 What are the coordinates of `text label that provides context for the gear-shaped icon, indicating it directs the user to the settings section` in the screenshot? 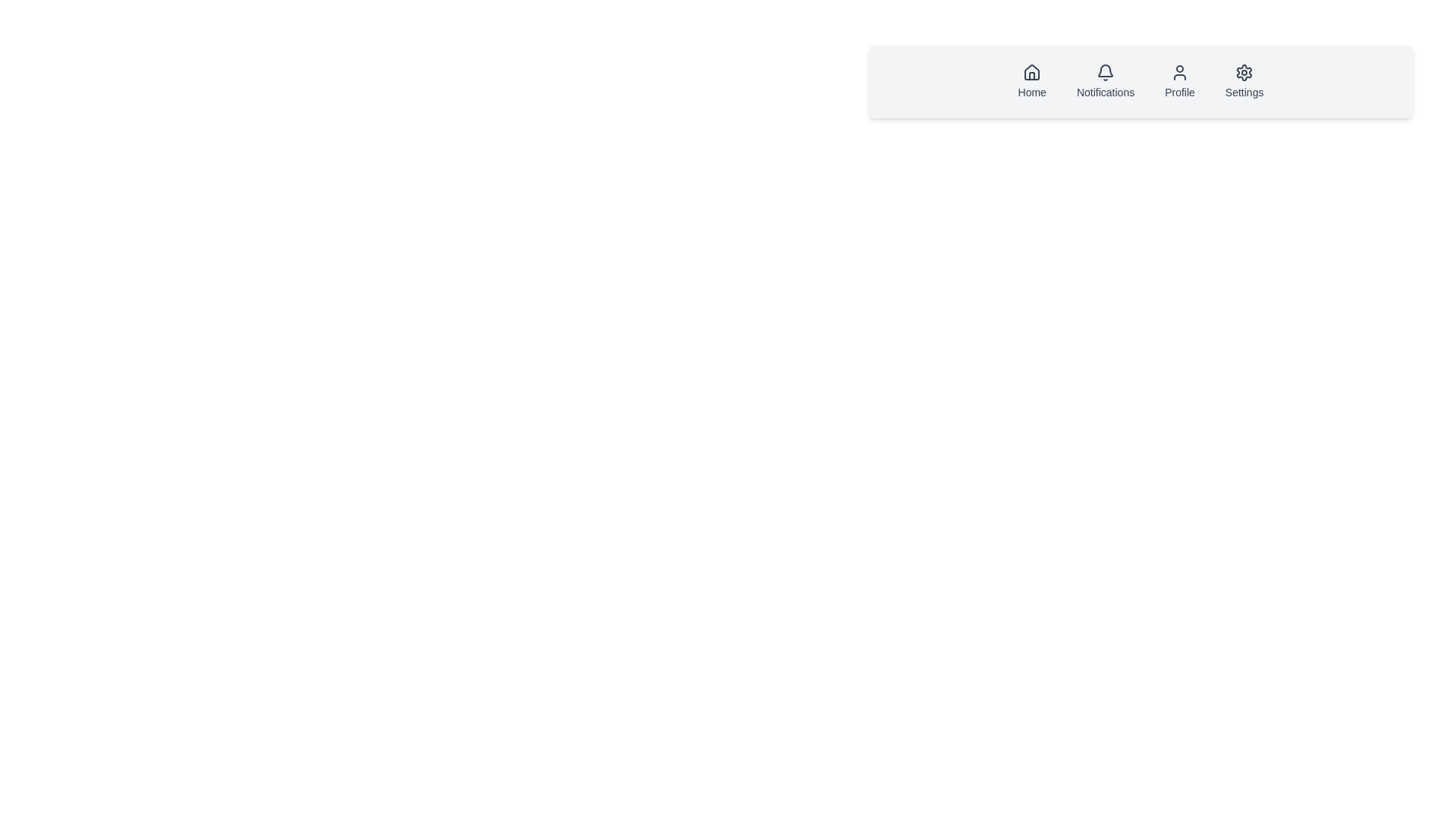 It's located at (1244, 93).